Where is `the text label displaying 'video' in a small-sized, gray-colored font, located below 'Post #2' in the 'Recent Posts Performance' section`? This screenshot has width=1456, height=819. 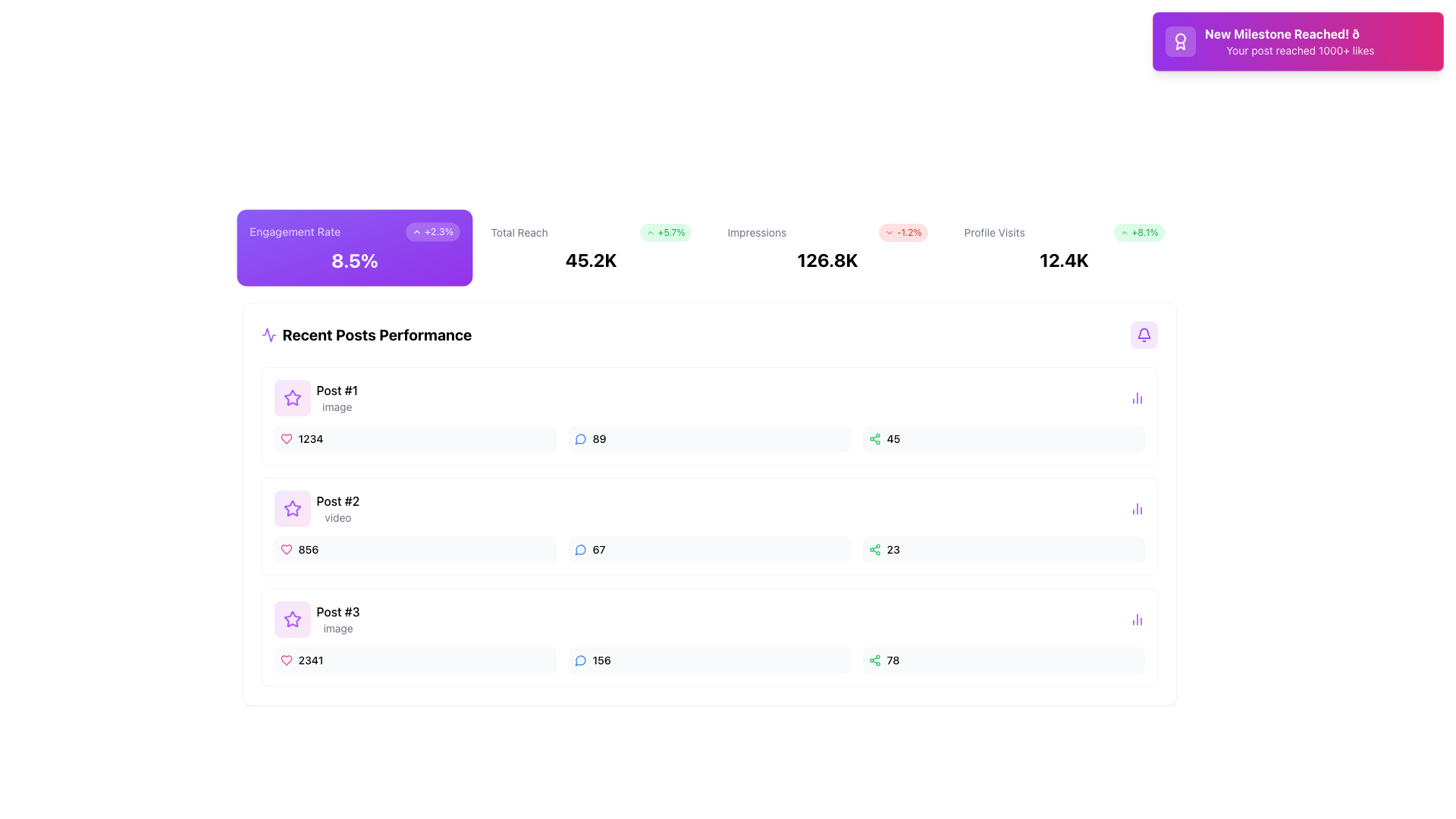 the text label displaying 'video' in a small-sized, gray-colored font, located below 'Post #2' in the 'Recent Posts Performance' section is located at coordinates (337, 516).